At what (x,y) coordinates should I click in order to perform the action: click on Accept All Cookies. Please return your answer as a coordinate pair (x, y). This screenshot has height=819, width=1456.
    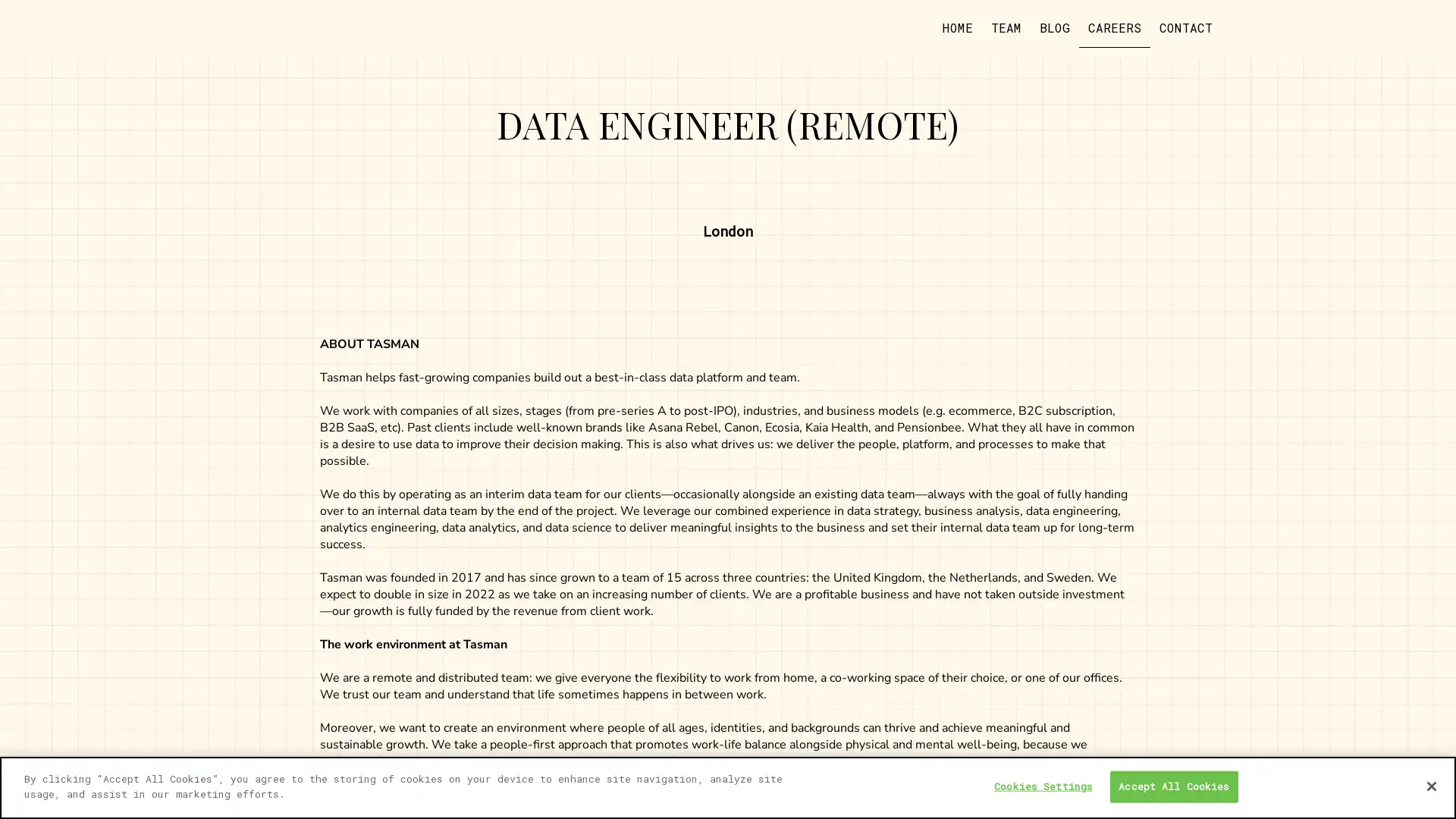
    Looking at the image, I should click on (1172, 786).